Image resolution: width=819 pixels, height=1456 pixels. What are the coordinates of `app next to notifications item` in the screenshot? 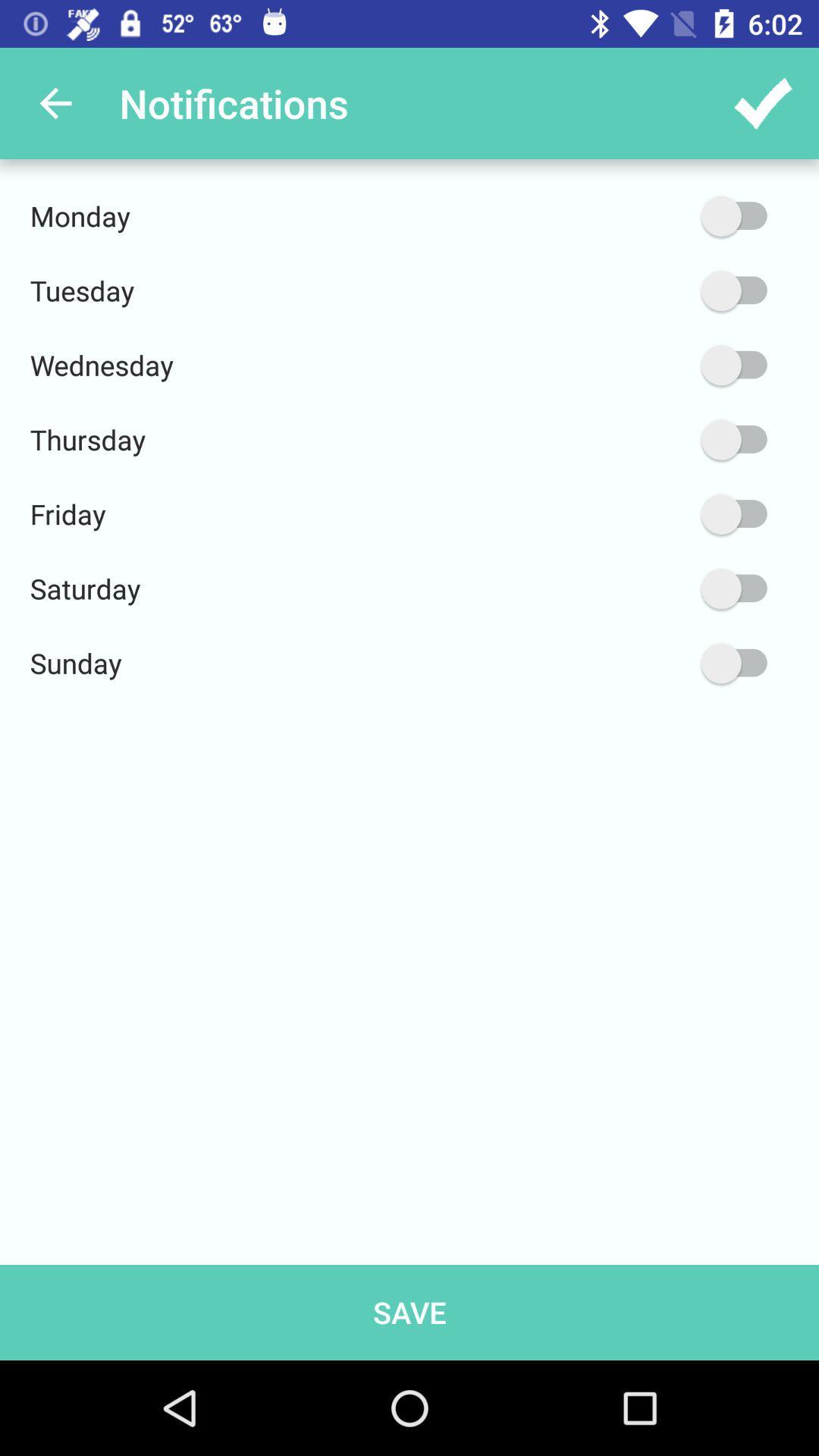 It's located at (55, 102).